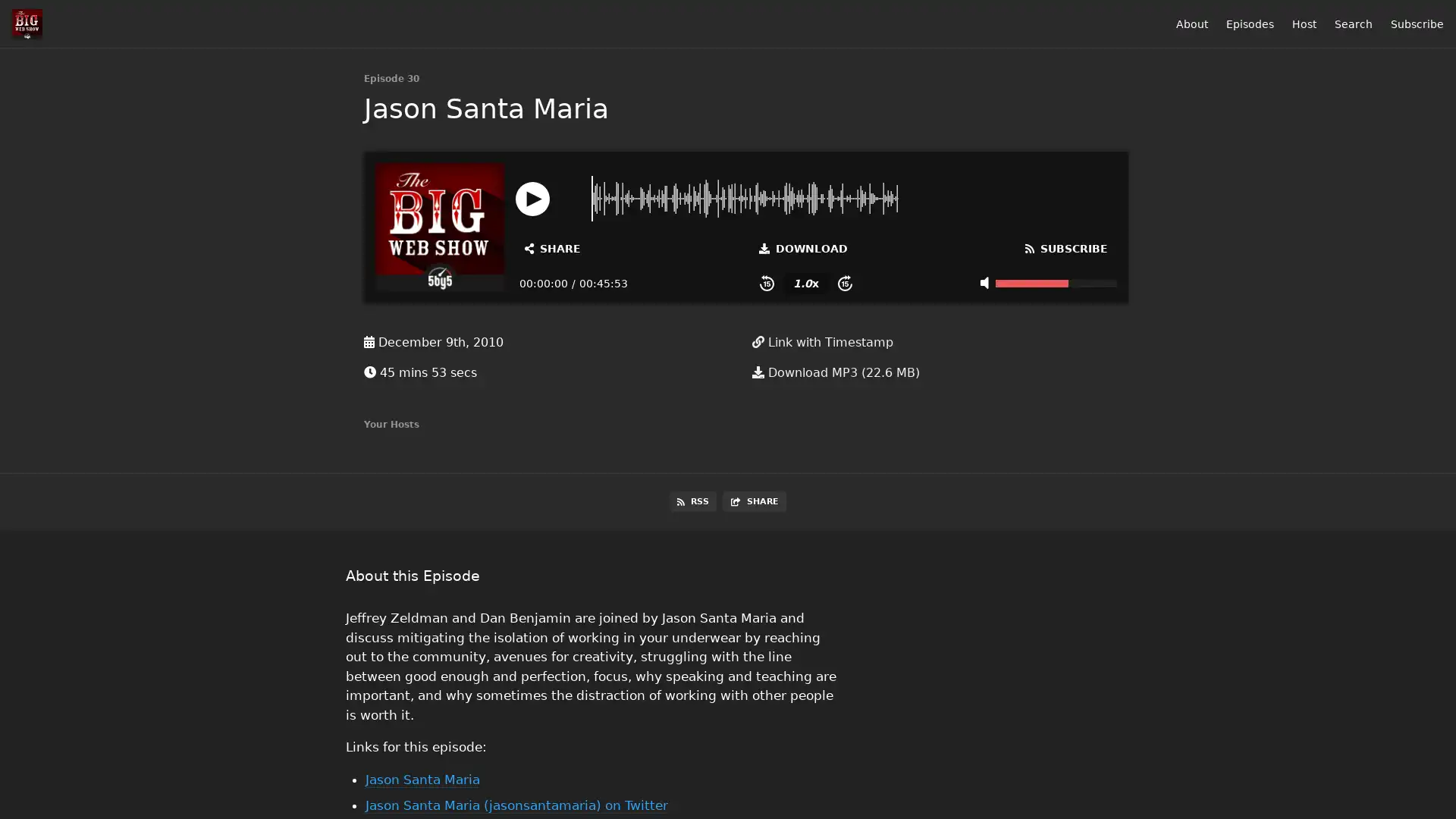 This screenshot has height=819, width=1456. Describe the element at coordinates (844, 283) in the screenshot. I see `Skip Forward 15 Seconds` at that location.